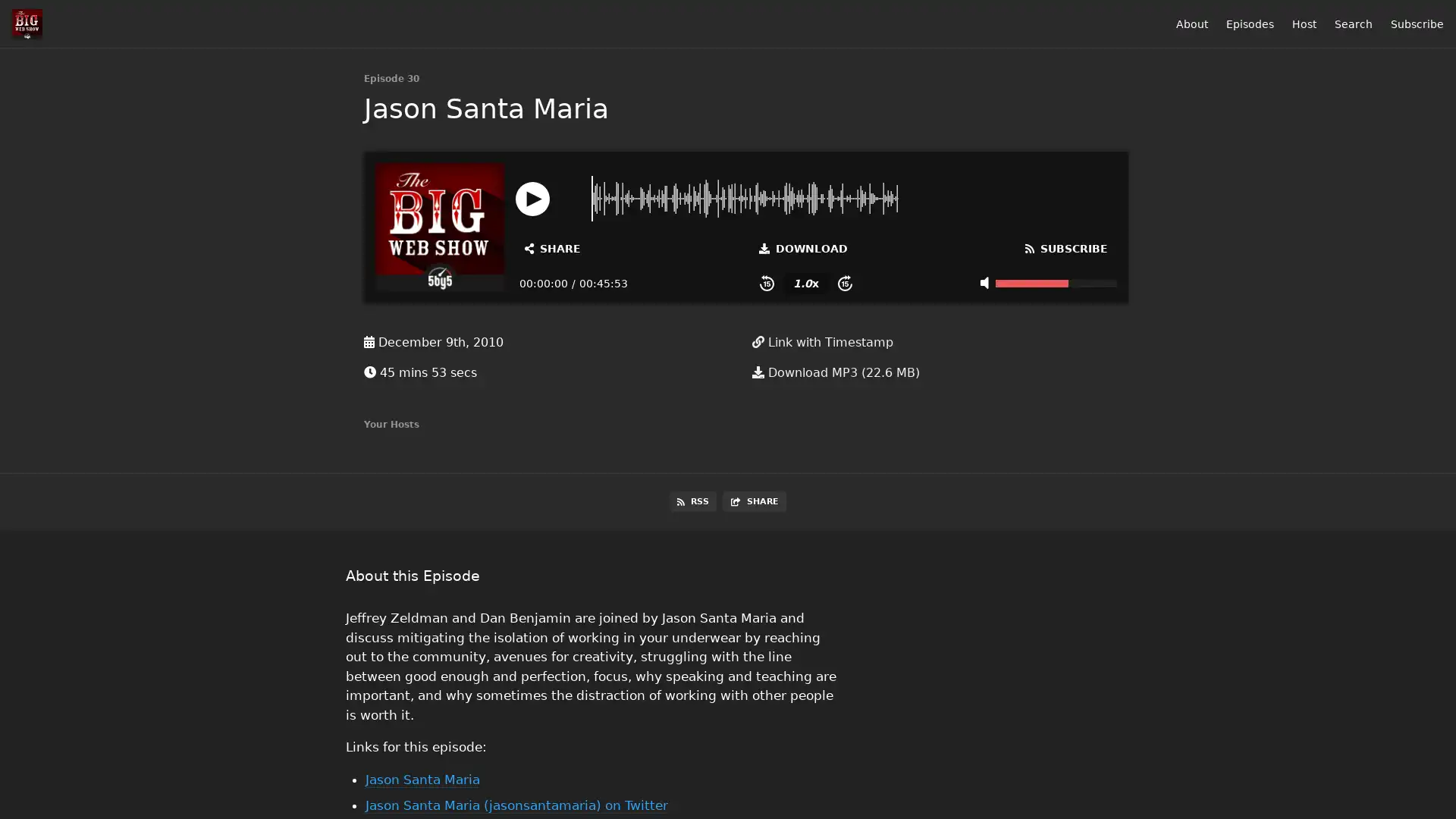 This screenshot has height=819, width=1456. Describe the element at coordinates (844, 283) in the screenshot. I see `Skip Forward 15 Seconds` at that location.